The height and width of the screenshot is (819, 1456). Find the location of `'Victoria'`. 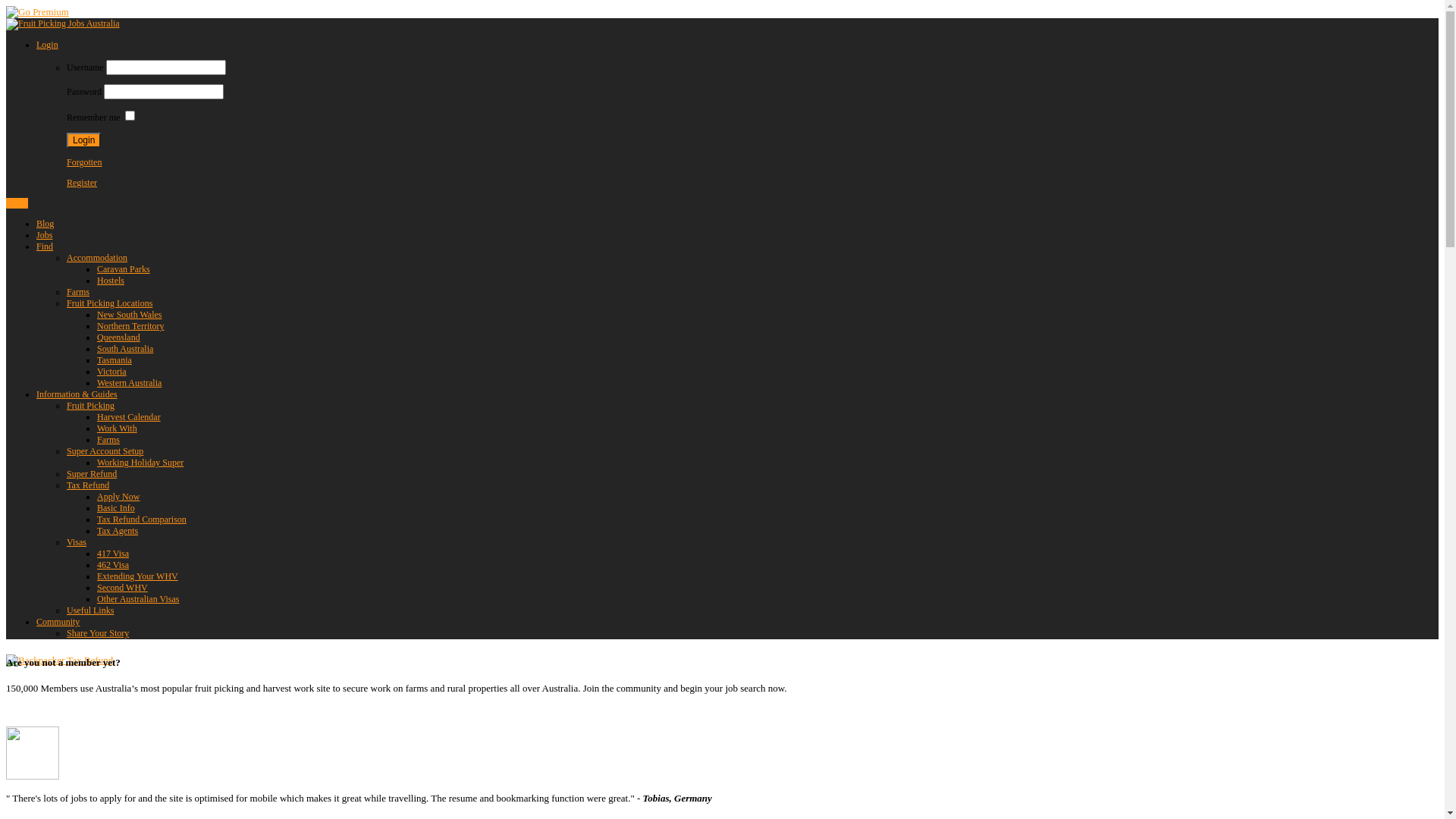

'Victoria' is located at coordinates (111, 371).